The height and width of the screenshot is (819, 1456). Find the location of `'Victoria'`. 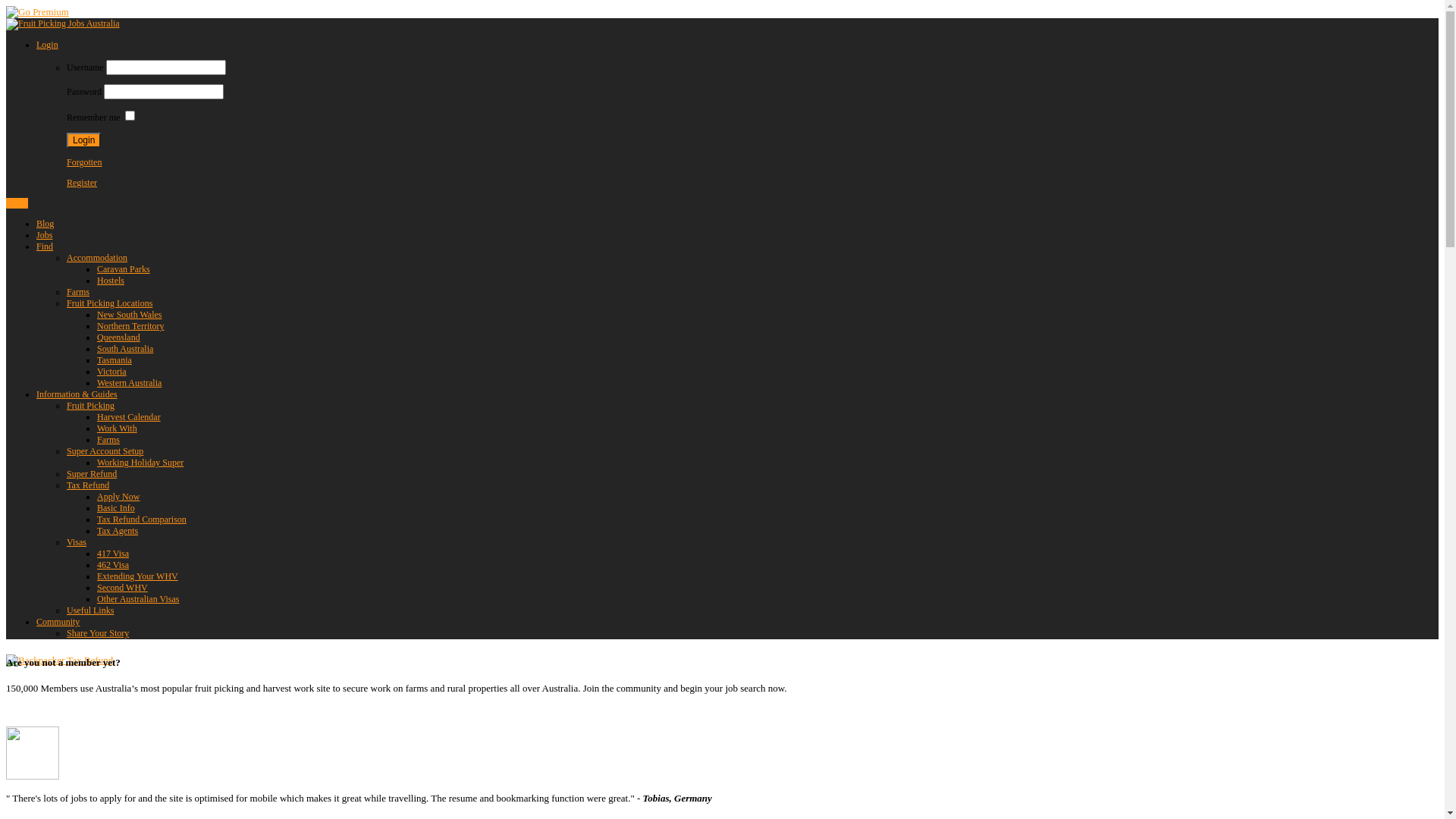

'Victoria' is located at coordinates (111, 371).